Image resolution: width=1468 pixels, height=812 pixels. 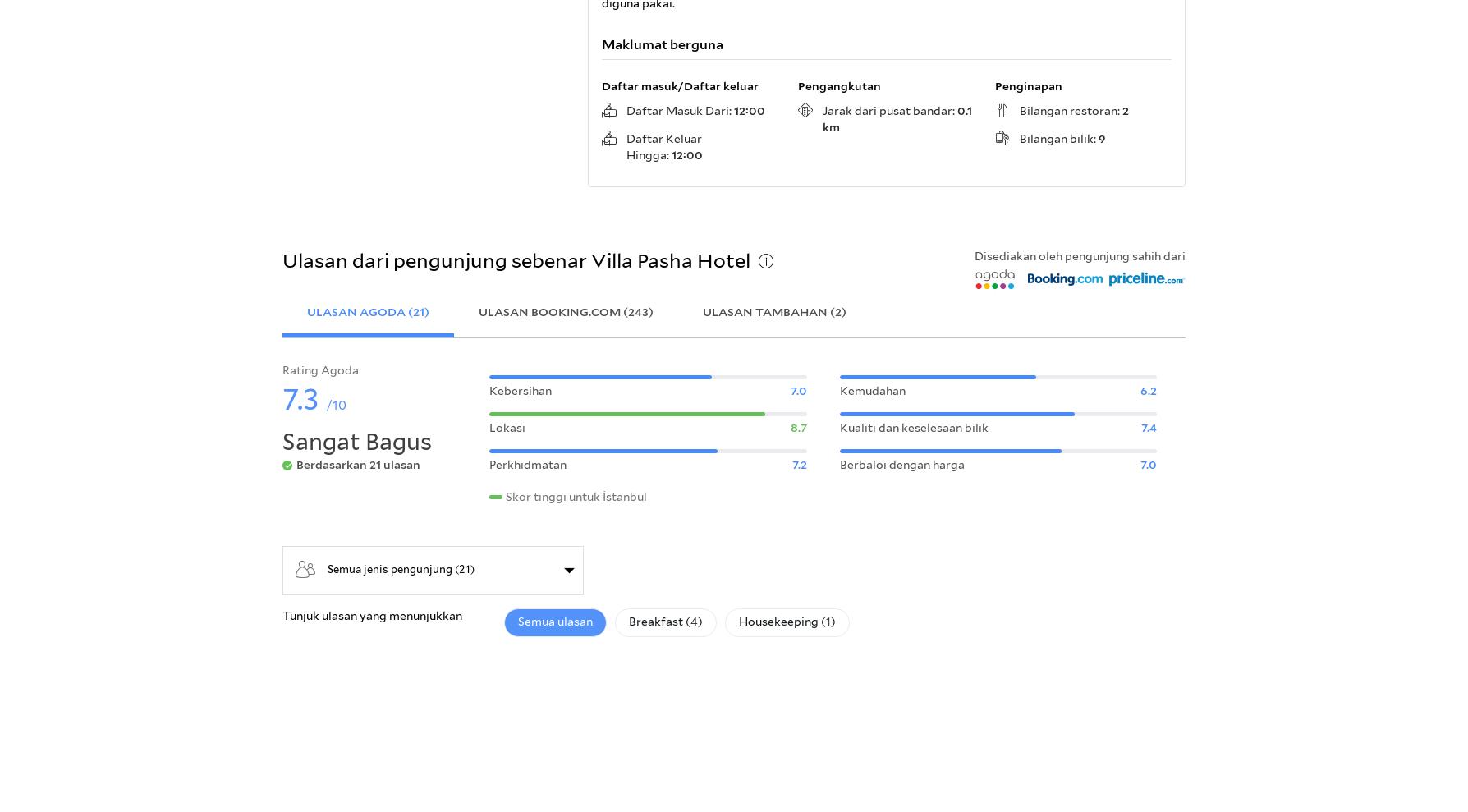 I want to click on 'Berdasarkan  21  ulasan', so click(x=357, y=463).